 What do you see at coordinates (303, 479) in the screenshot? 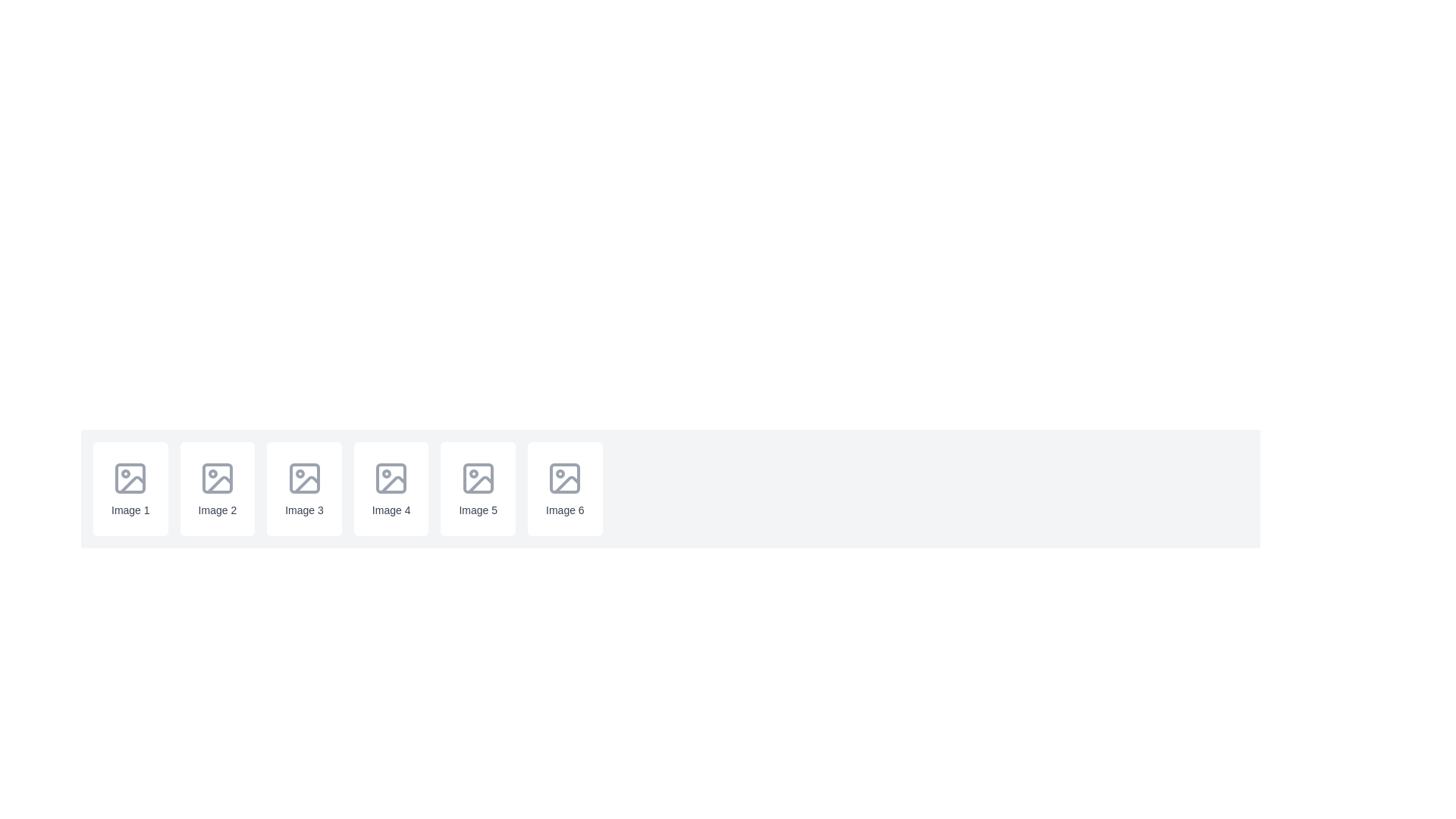
I see `the small rounded rectangle SVG element, which is part of an image placeholder icon in the third position of a horizontal carousel` at bounding box center [303, 479].